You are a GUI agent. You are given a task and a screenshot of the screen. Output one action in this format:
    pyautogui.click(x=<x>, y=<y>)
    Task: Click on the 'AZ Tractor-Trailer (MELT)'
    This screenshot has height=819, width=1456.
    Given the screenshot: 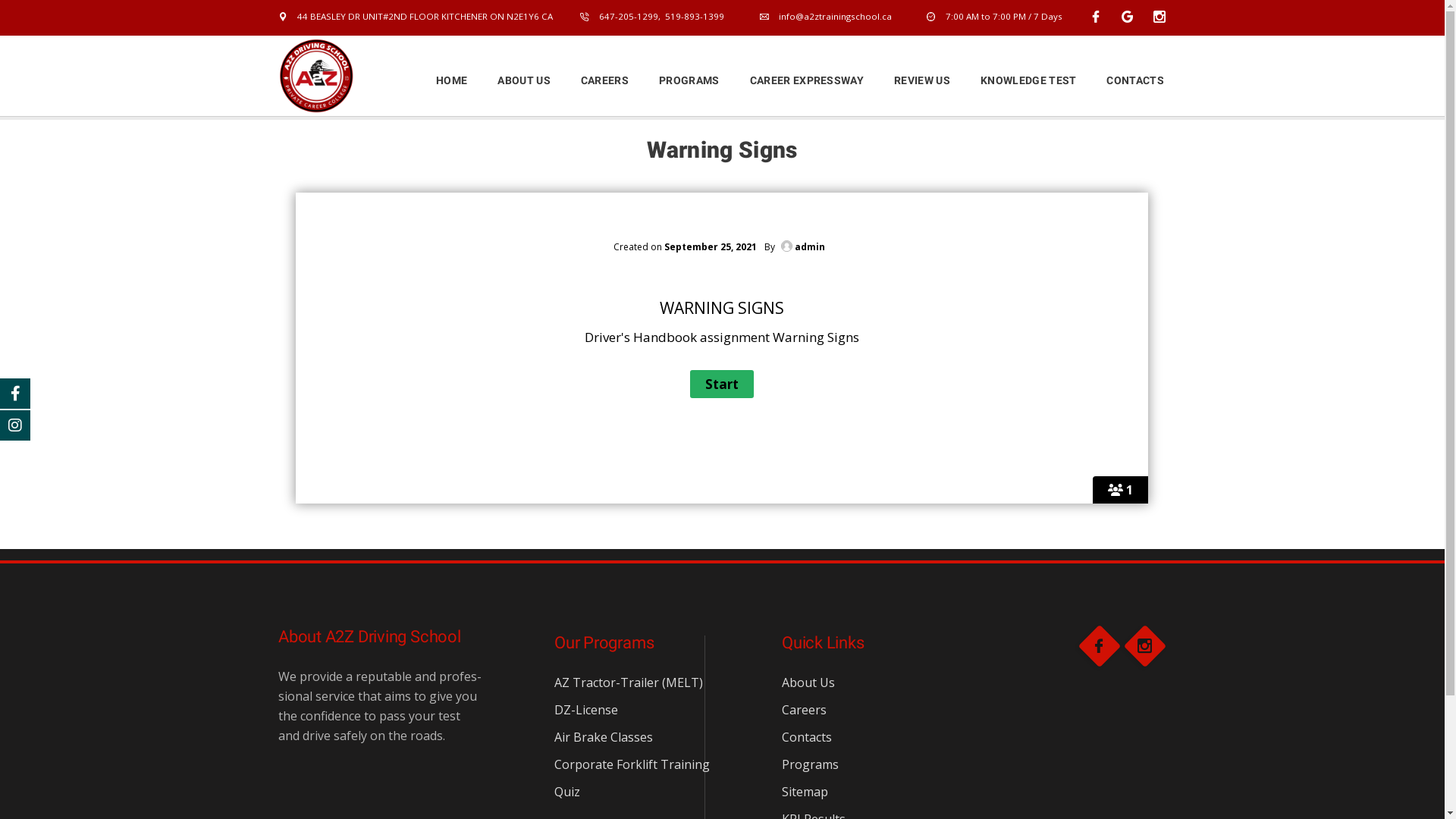 What is the action you would take?
    pyautogui.click(x=553, y=681)
    